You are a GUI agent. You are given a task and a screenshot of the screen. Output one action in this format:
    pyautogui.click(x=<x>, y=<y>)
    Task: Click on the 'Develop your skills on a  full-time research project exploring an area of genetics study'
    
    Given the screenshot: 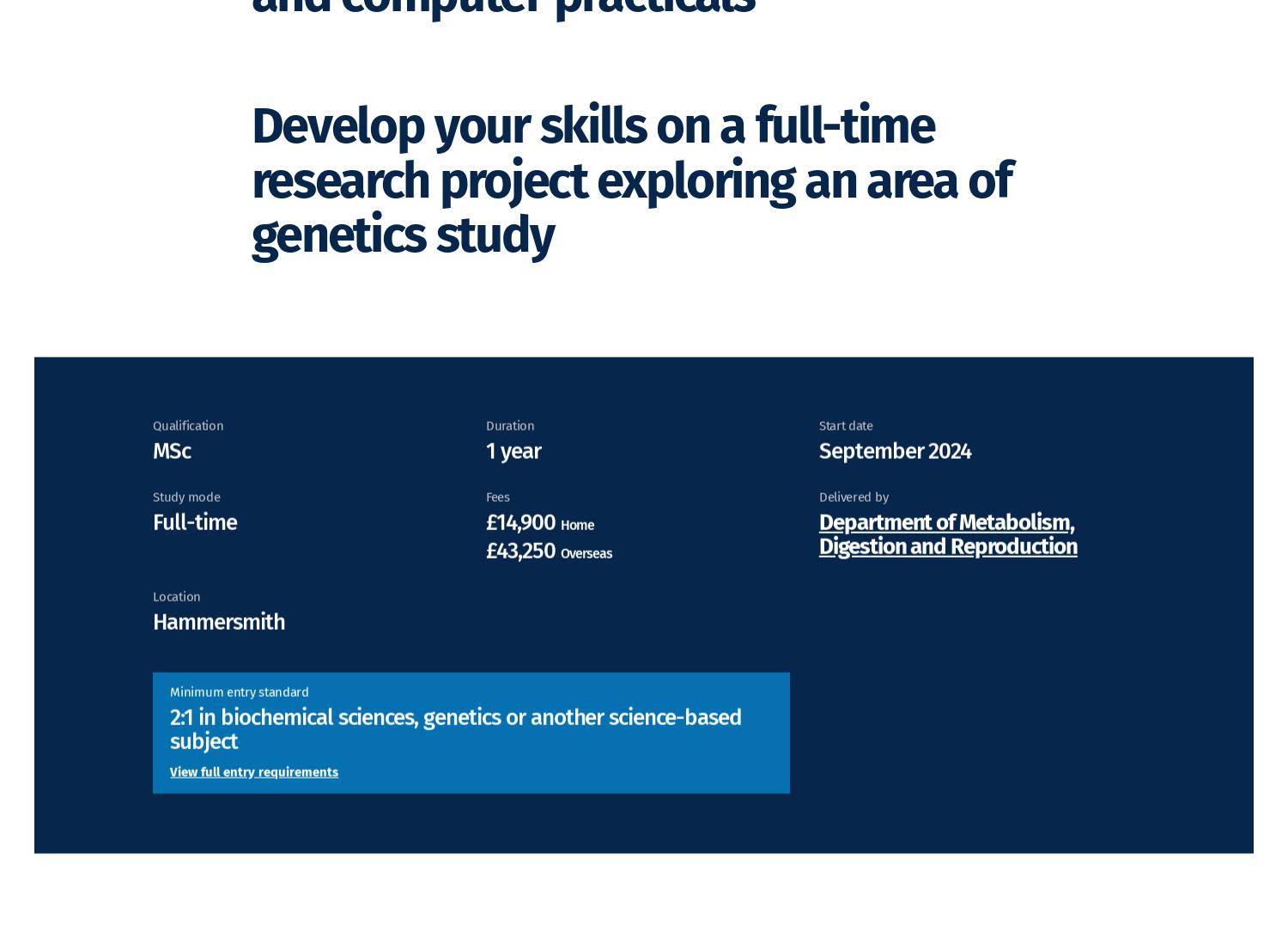 What is the action you would take?
    pyautogui.click(x=251, y=263)
    